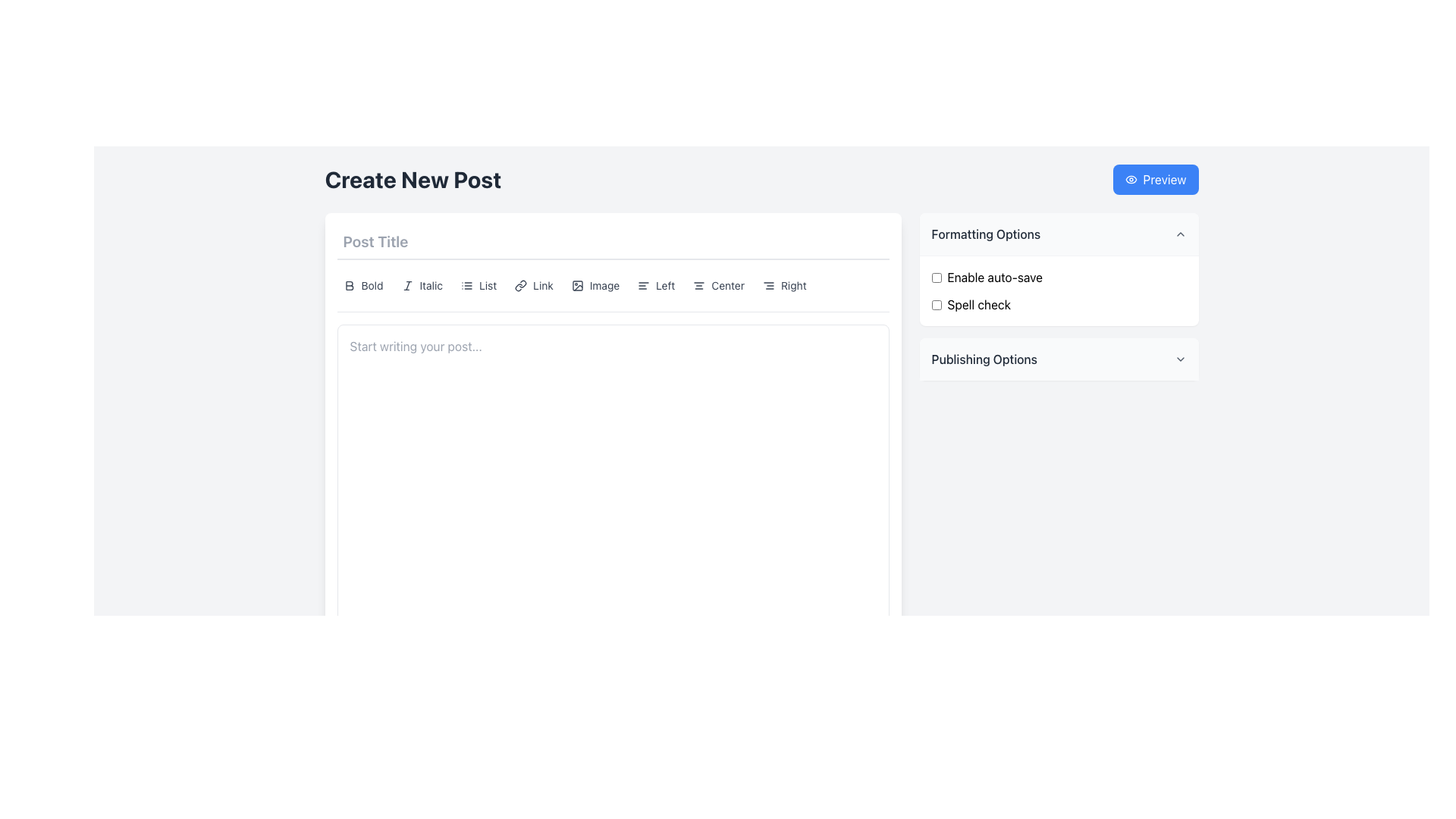 Image resolution: width=1456 pixels, height=819 pixels. What do you see at coordinates (613, 292) in the screenshot?
I see `a button in the formatting toolbar located below the 'Post Title' input field to apply the corresponding formatting option` at bounding box center [613, 292].